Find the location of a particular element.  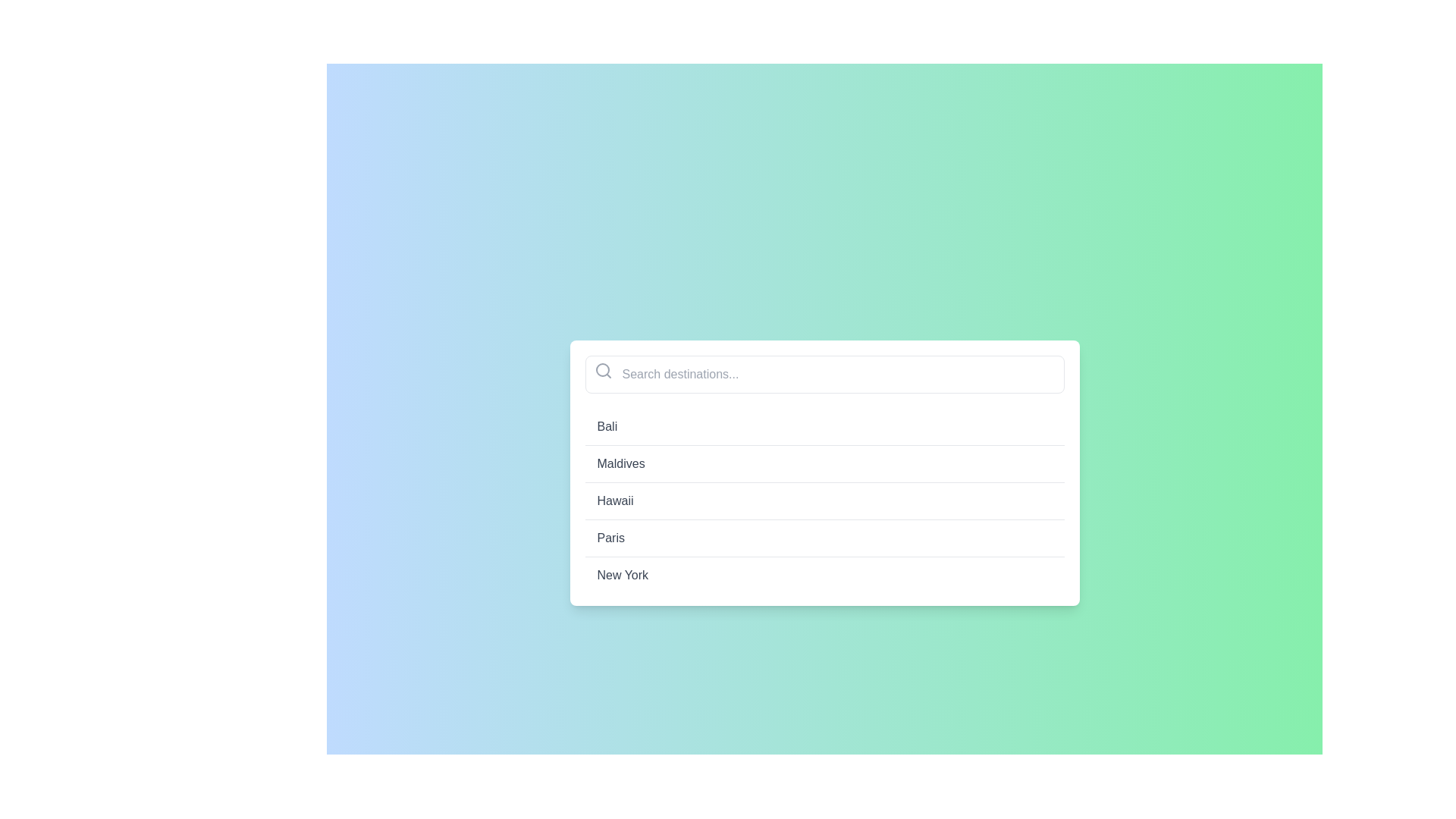

the 'New York' destination text label is located at coordinates (623, 576).